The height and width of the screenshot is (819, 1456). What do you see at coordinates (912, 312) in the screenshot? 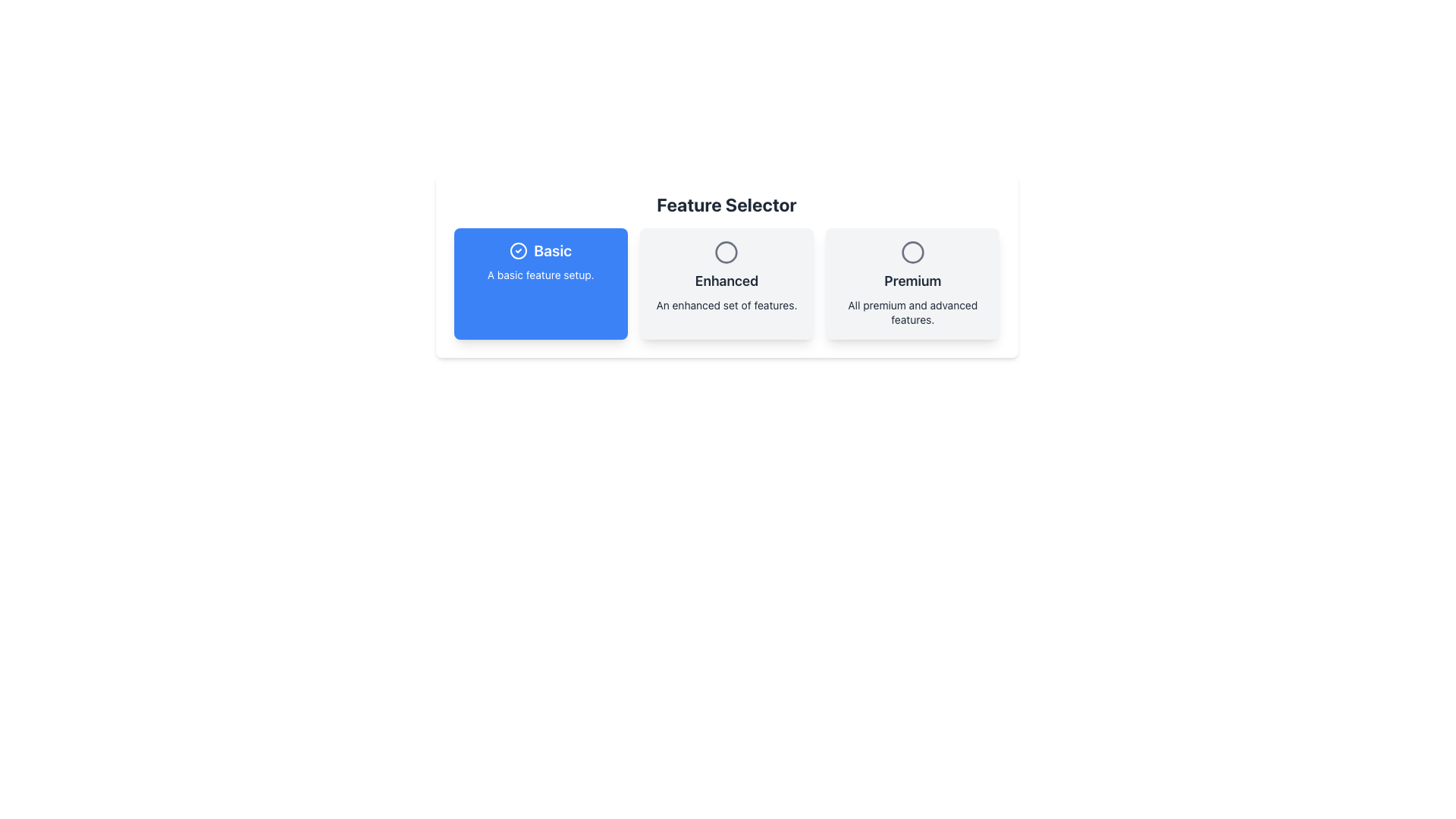
I see `text label reading 'All premium and advanced features.' located in the third card labeled 'Premium' for informational purposes` at bounding box center [912, 312].